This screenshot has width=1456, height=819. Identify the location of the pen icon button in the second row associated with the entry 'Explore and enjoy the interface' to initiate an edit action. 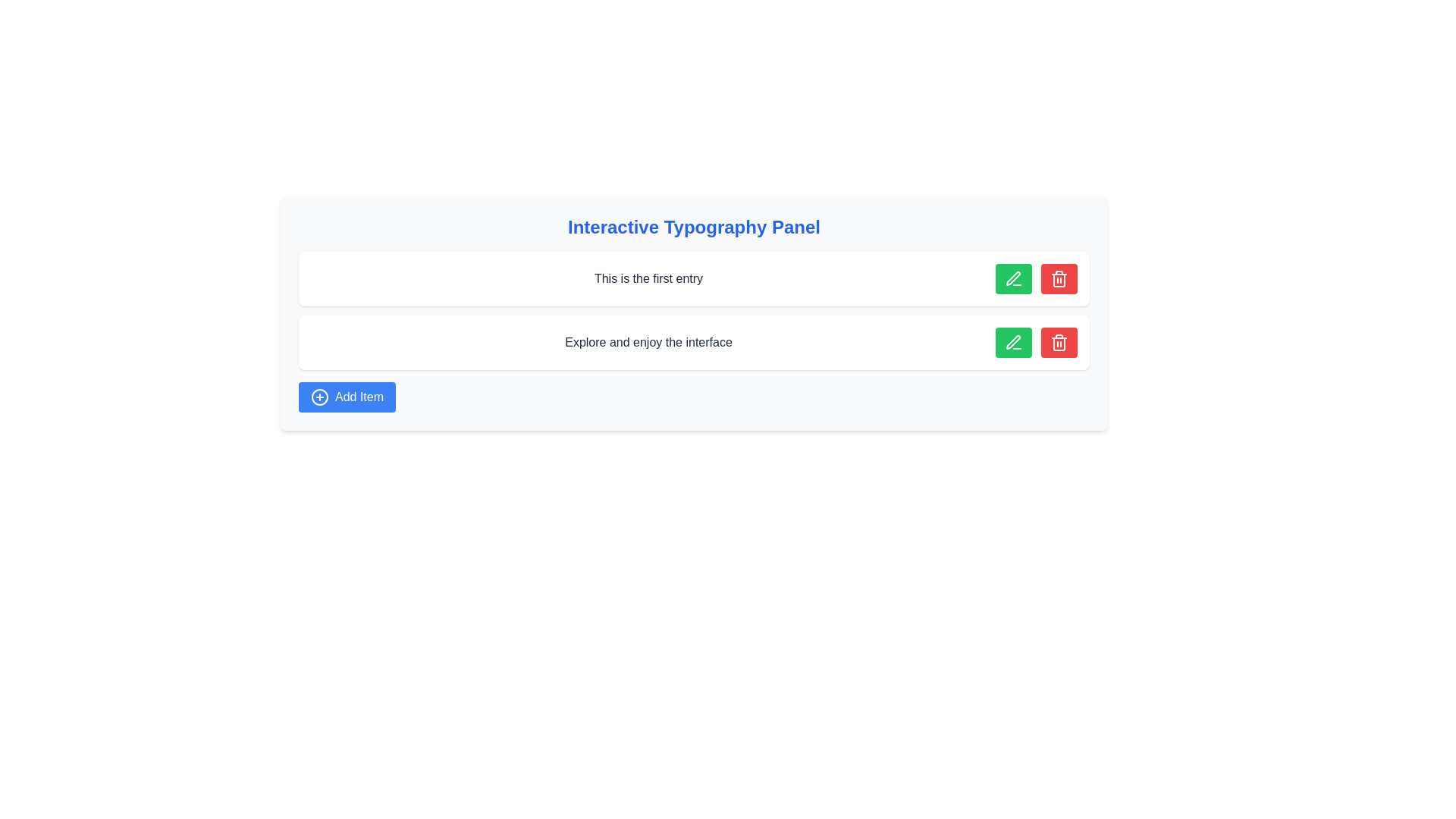
(1014, 342).